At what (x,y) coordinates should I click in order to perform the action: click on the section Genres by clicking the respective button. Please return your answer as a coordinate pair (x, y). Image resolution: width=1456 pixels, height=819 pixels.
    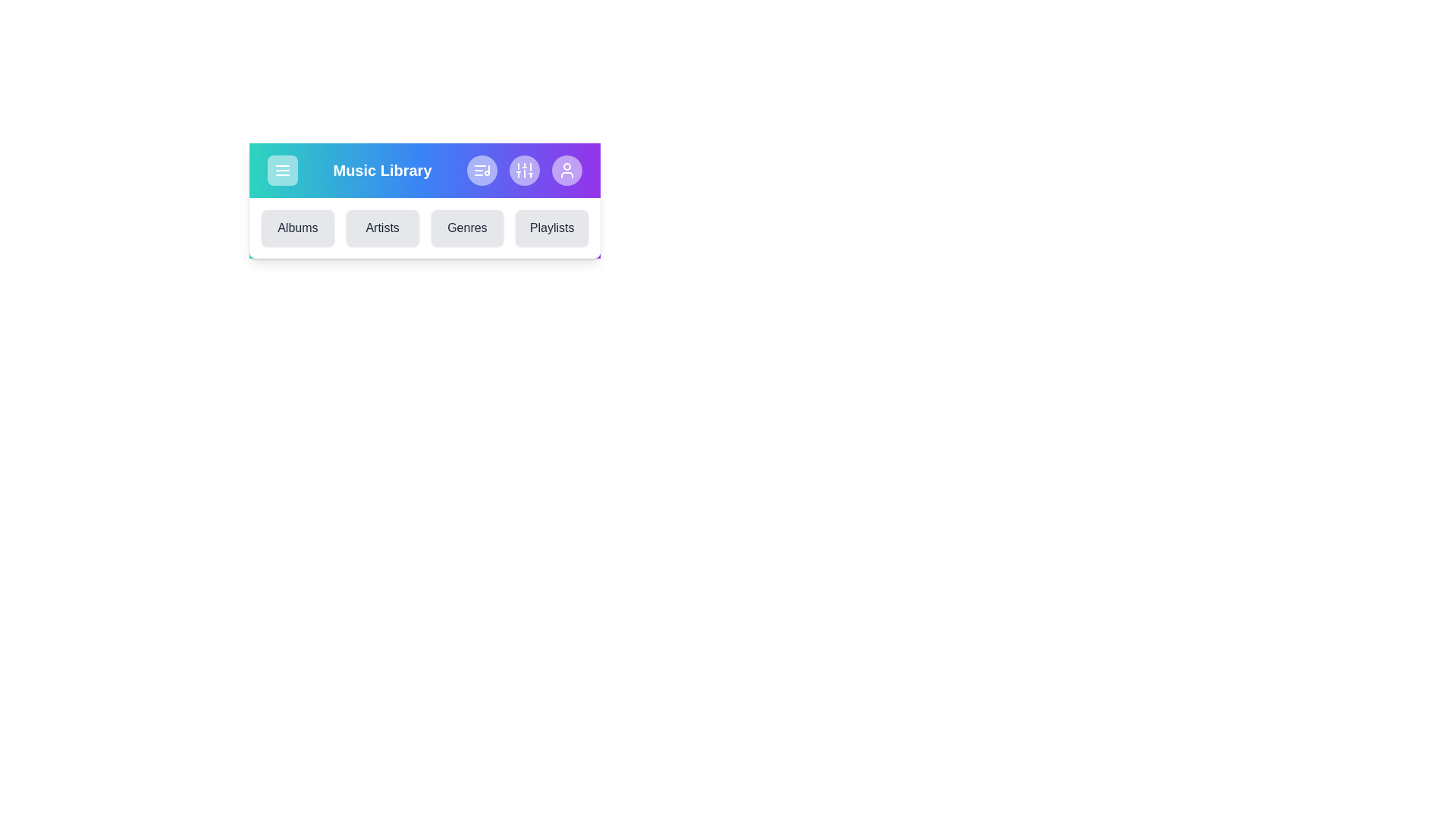
    Looking at the image, I should click on (466, 227).